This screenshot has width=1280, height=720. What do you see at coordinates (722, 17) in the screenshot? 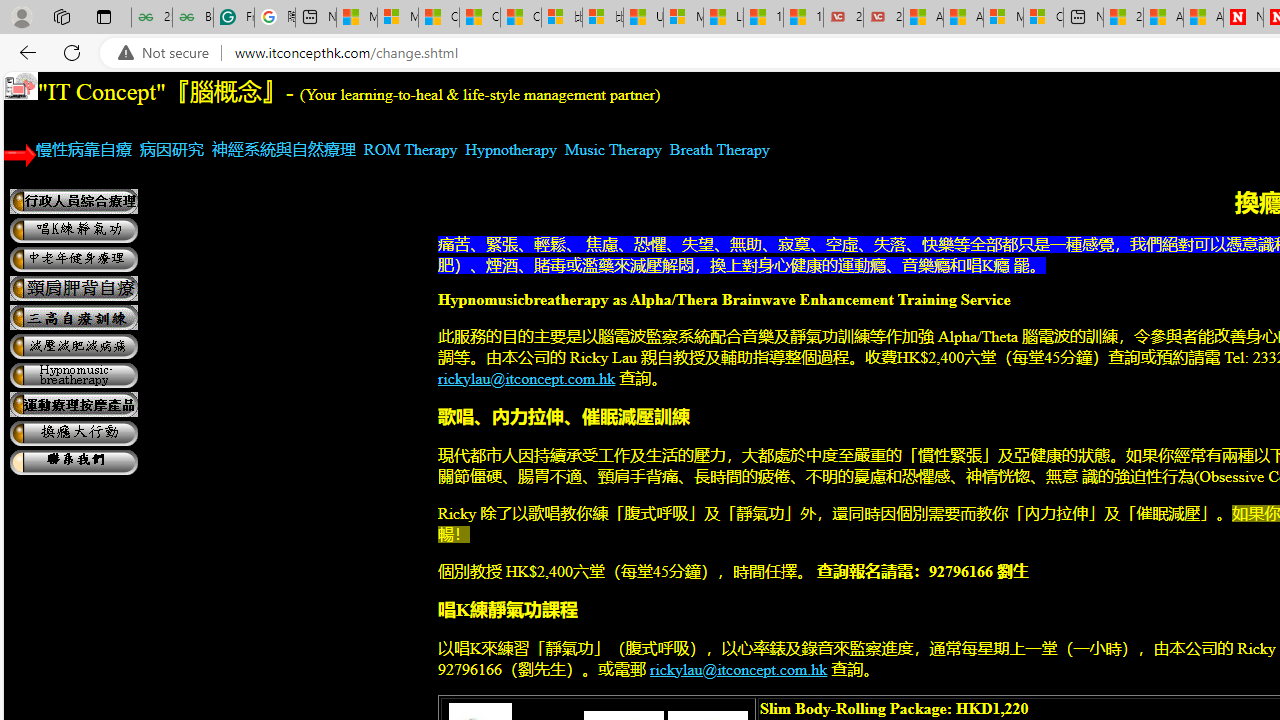
I see `'Lifestyle - MSN'` at bounding box center [722, 17].